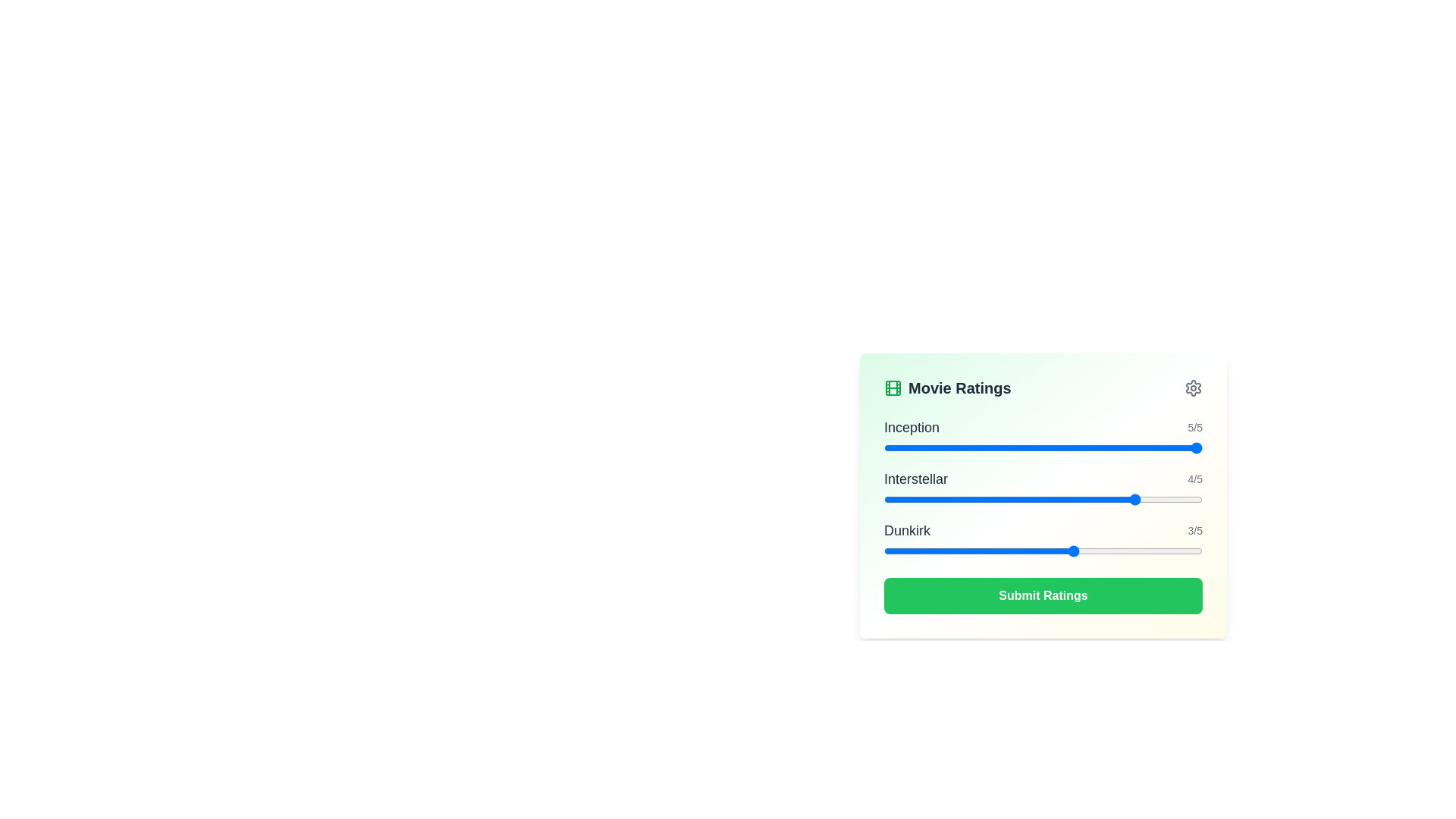  What do you see at coordinates (1043, 436) in the screenshot?
I see `the slider for the movie 'Inception' which displays the rating '5/5'` at bounding box center [1043, 436].